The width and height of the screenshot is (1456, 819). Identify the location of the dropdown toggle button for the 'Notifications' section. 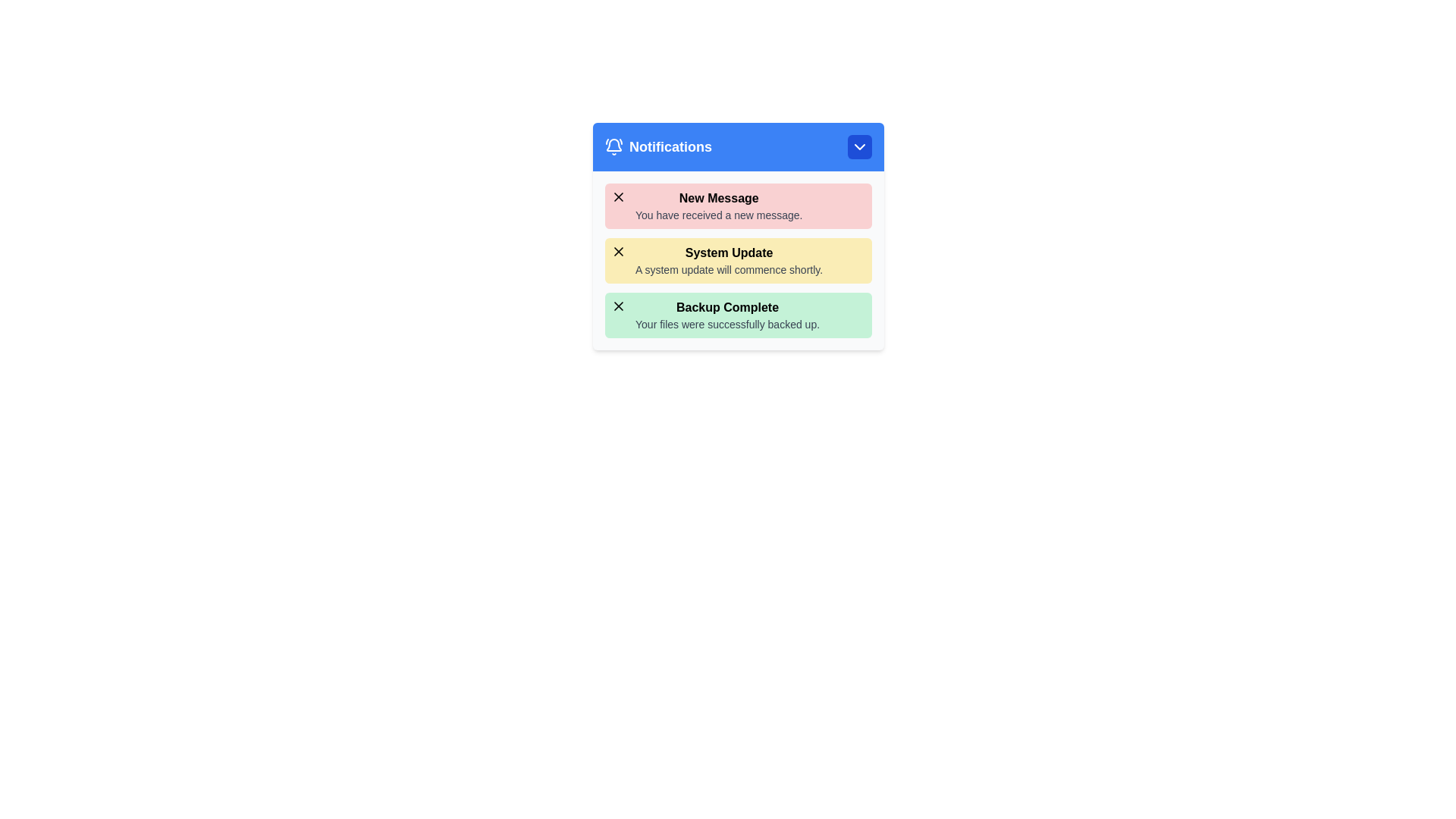
(859, 146).